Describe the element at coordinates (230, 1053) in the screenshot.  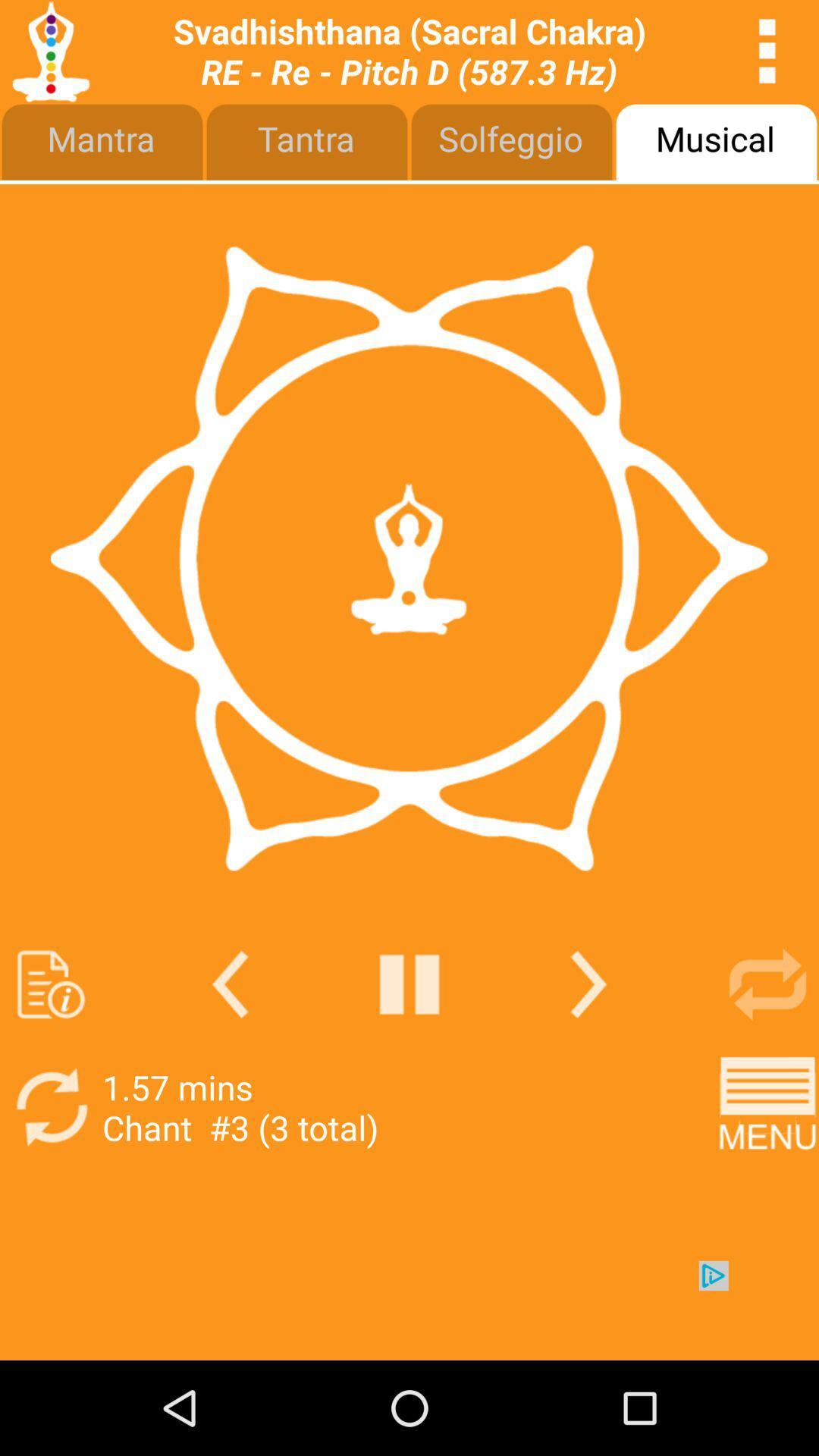
I see `the arrow_backward icon` at that location.